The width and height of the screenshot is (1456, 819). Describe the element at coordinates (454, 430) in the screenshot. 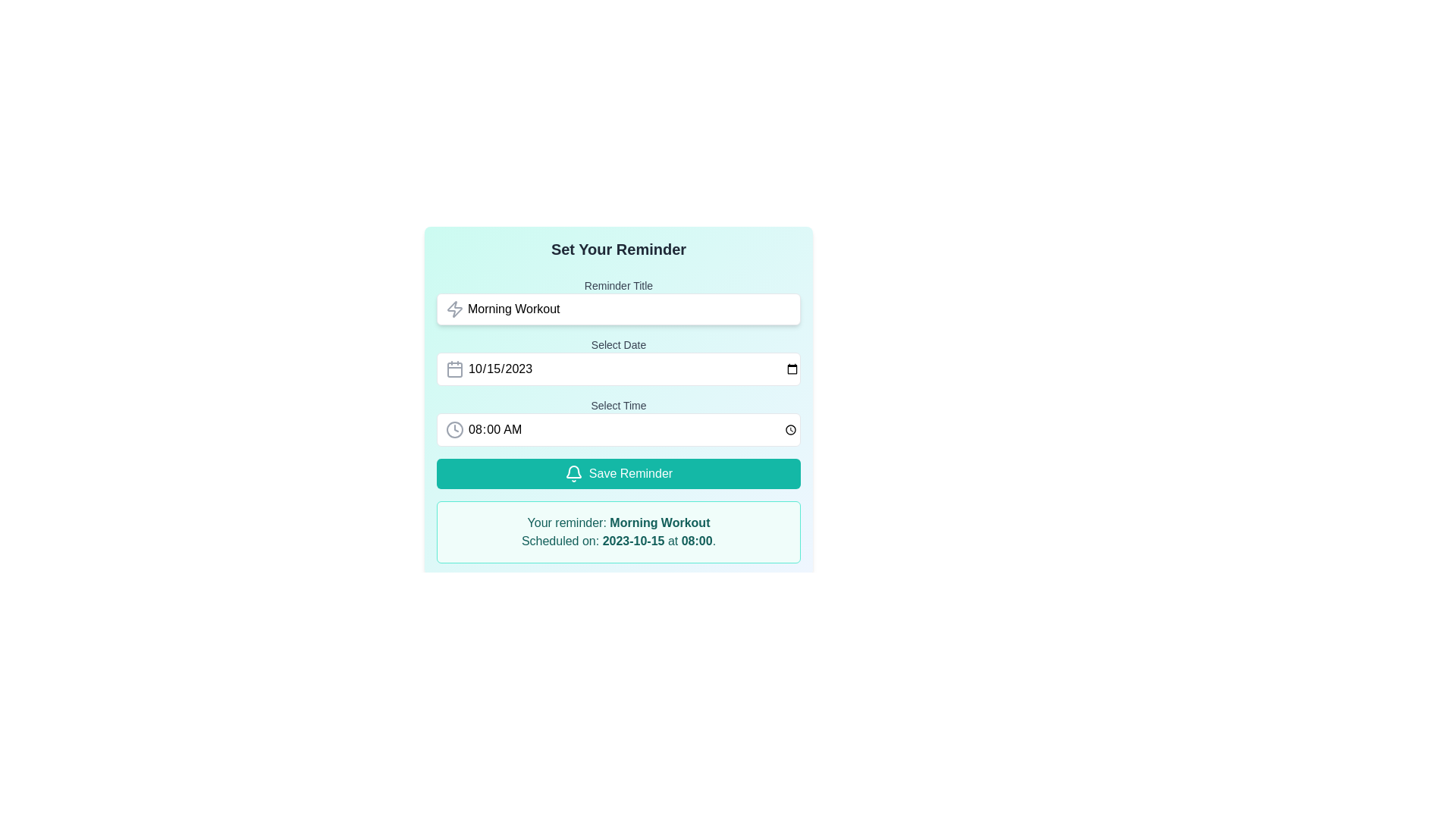

I see `the clock icon located to the left of the time input field, which serves as a decorative element indicating time selection` at that location.